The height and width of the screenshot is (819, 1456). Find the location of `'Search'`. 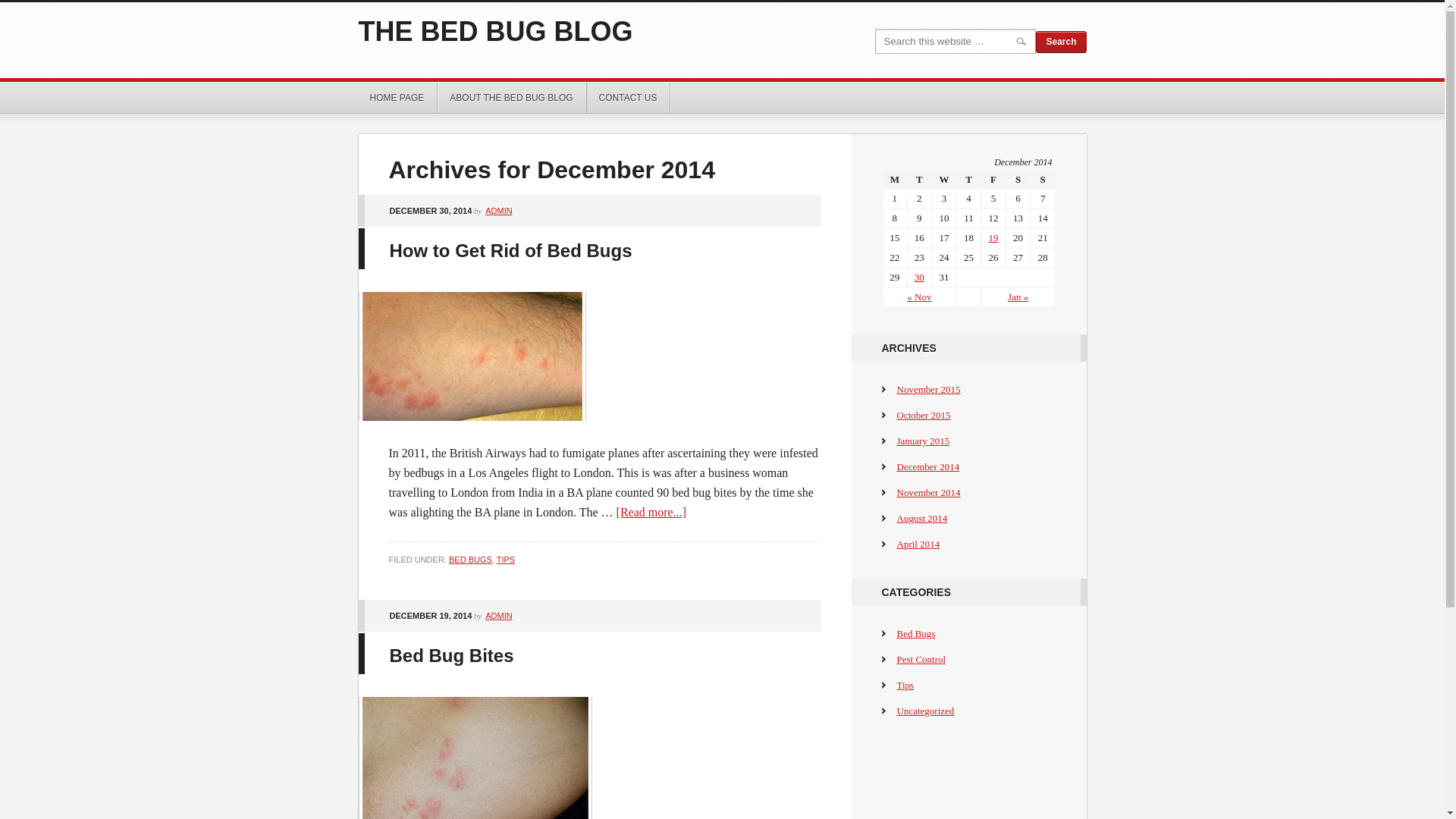

'Search' is located at coordinates (1059, 41).